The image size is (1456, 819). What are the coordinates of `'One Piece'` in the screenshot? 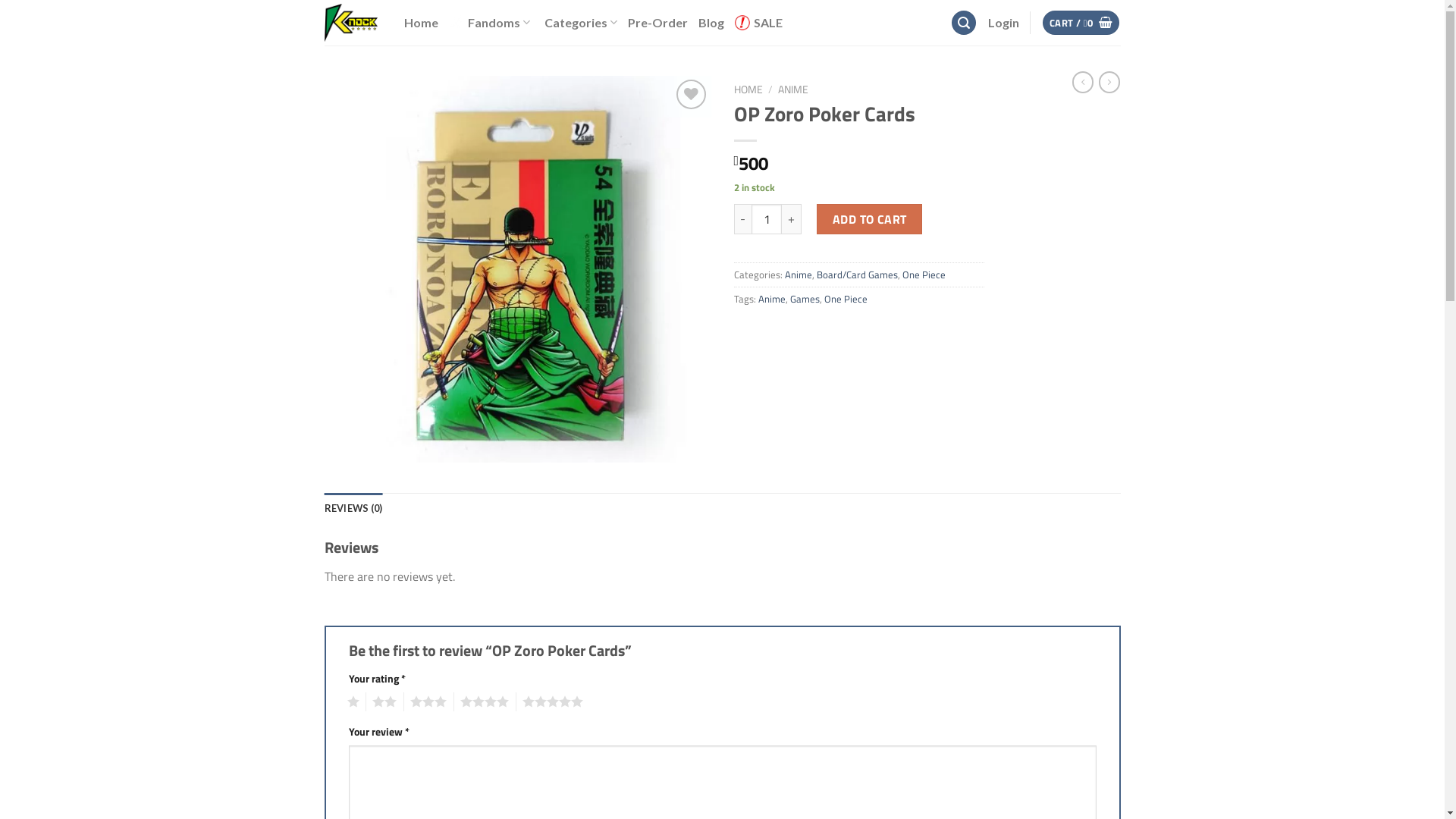 It's located at (844, 298).